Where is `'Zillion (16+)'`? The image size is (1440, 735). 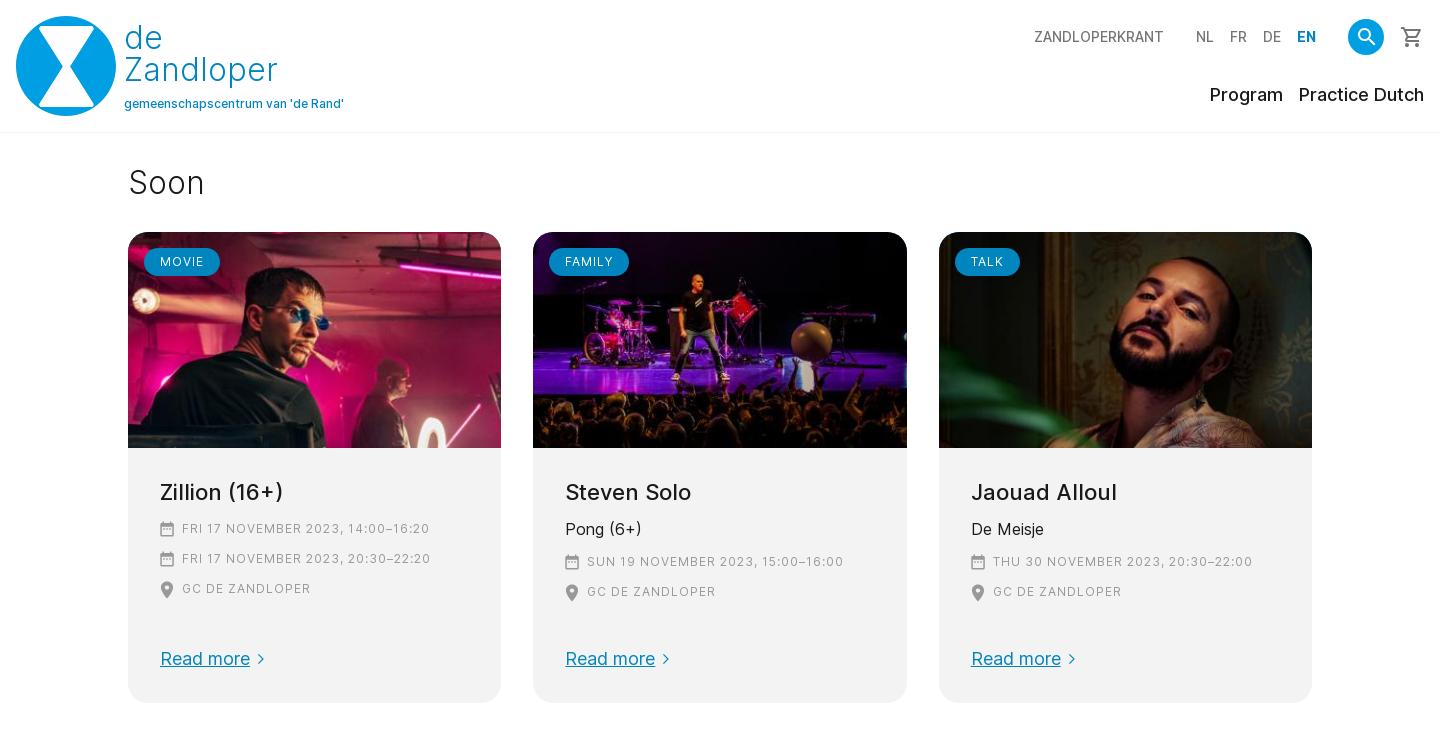 'Zillion (16+)' is located at coordinates (222, 492).